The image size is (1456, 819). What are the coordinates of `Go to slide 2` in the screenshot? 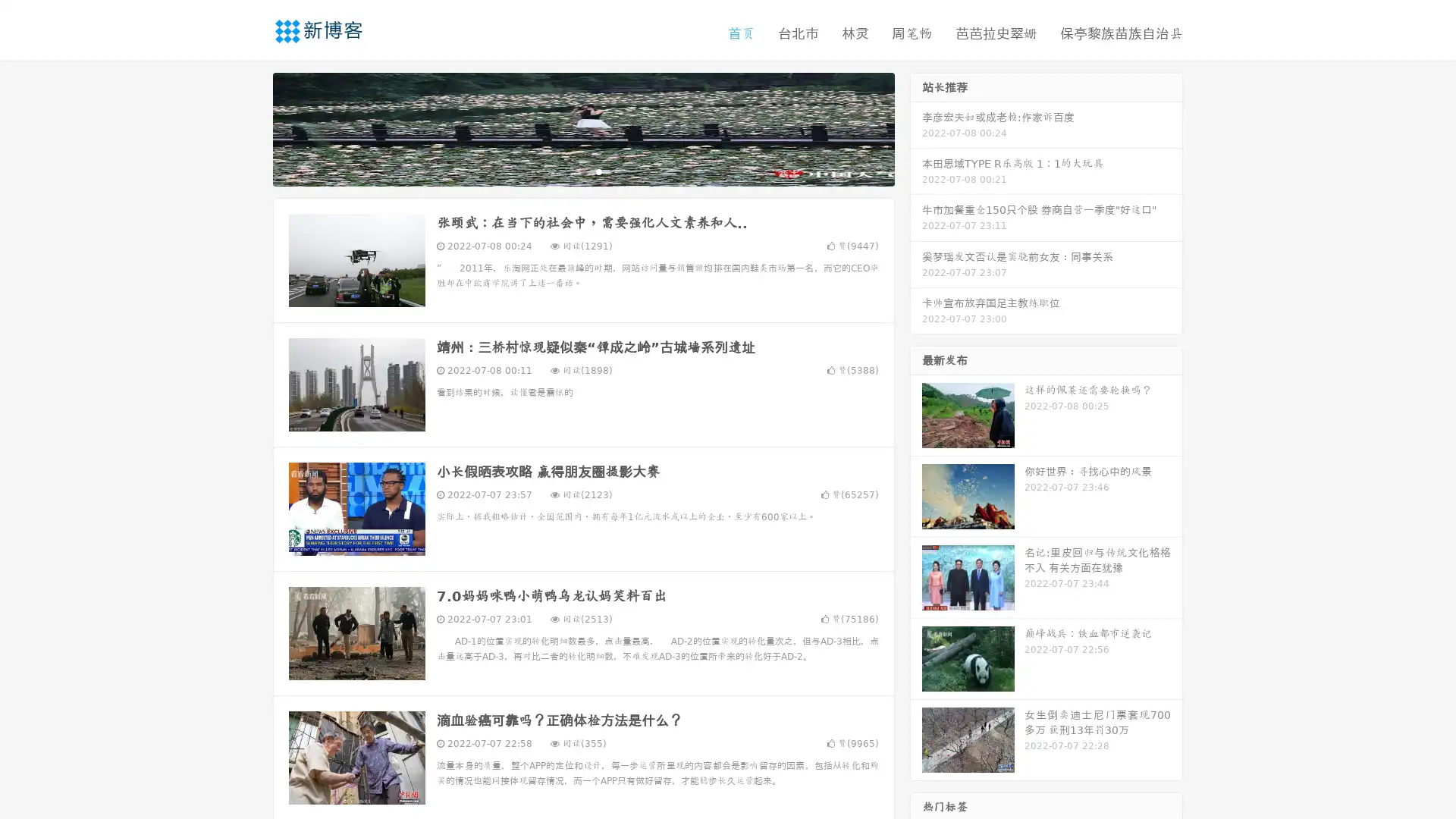 It's located at (582, 171).